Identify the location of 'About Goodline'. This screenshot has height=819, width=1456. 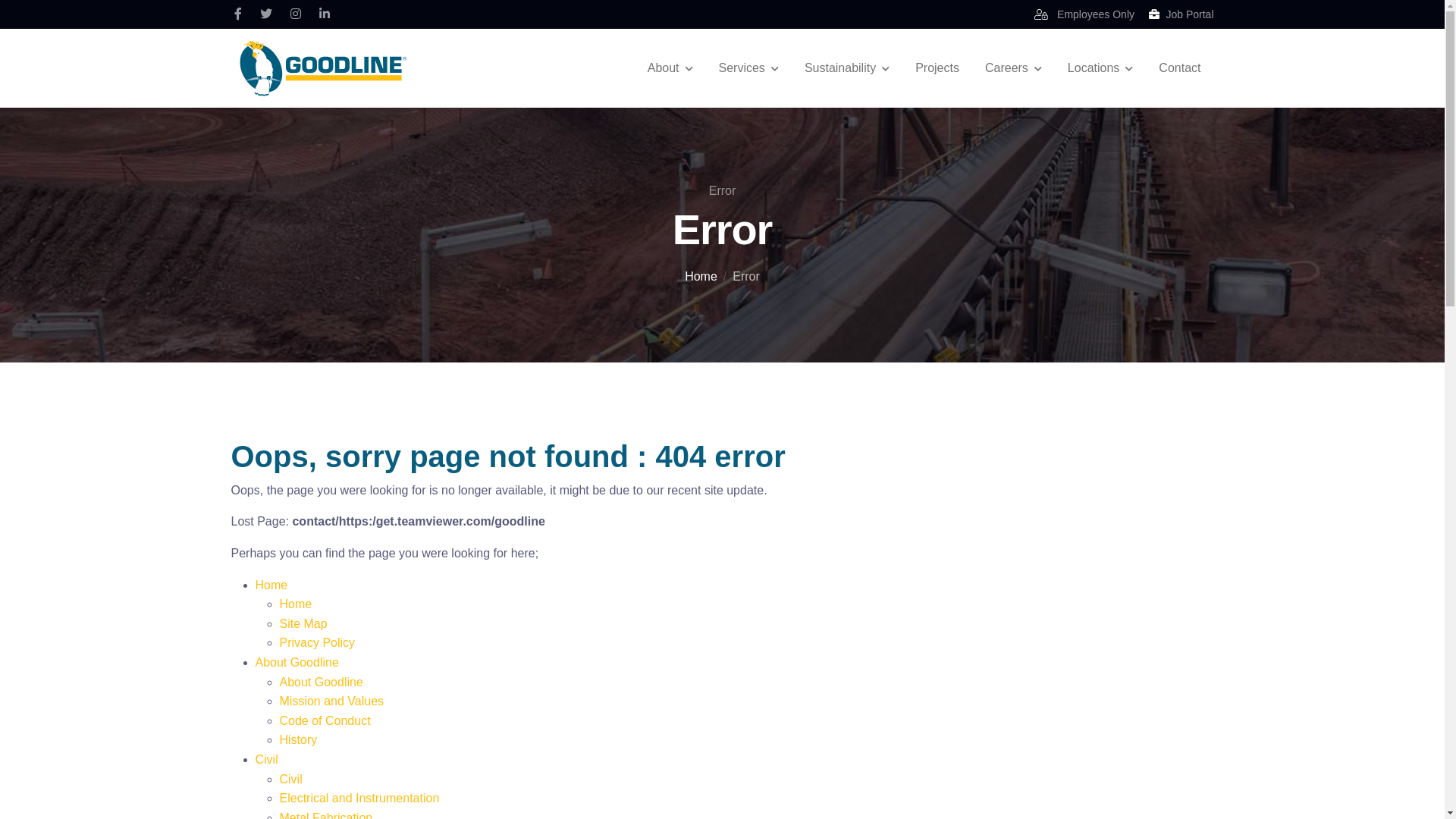
(296, 661).